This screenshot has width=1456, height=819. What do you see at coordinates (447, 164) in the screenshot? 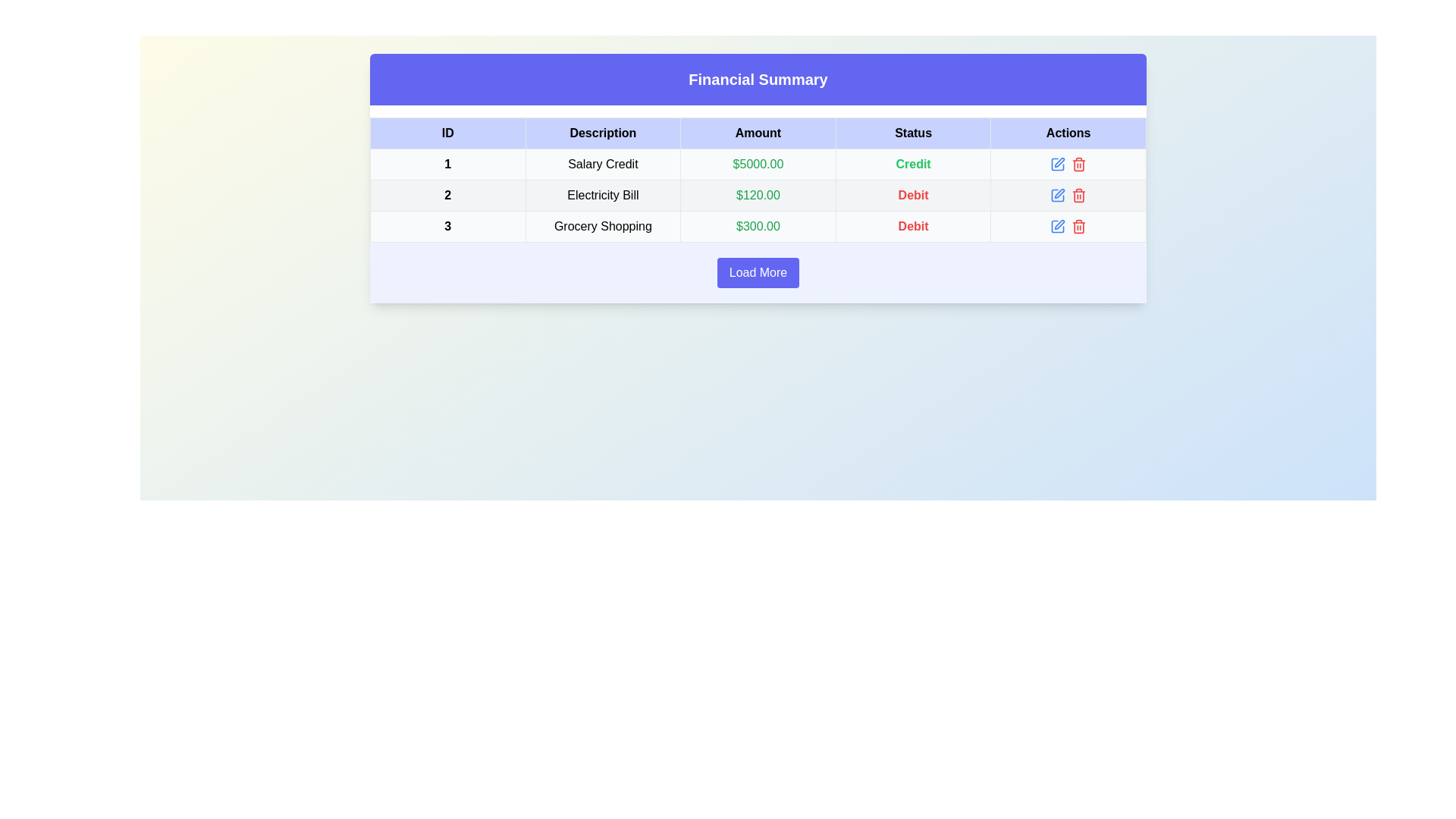
I see `the numeric text '1' which is styled in bold and located in the first cell of the 'ID' column in the first row of the table` at bounding box center [447, 164].